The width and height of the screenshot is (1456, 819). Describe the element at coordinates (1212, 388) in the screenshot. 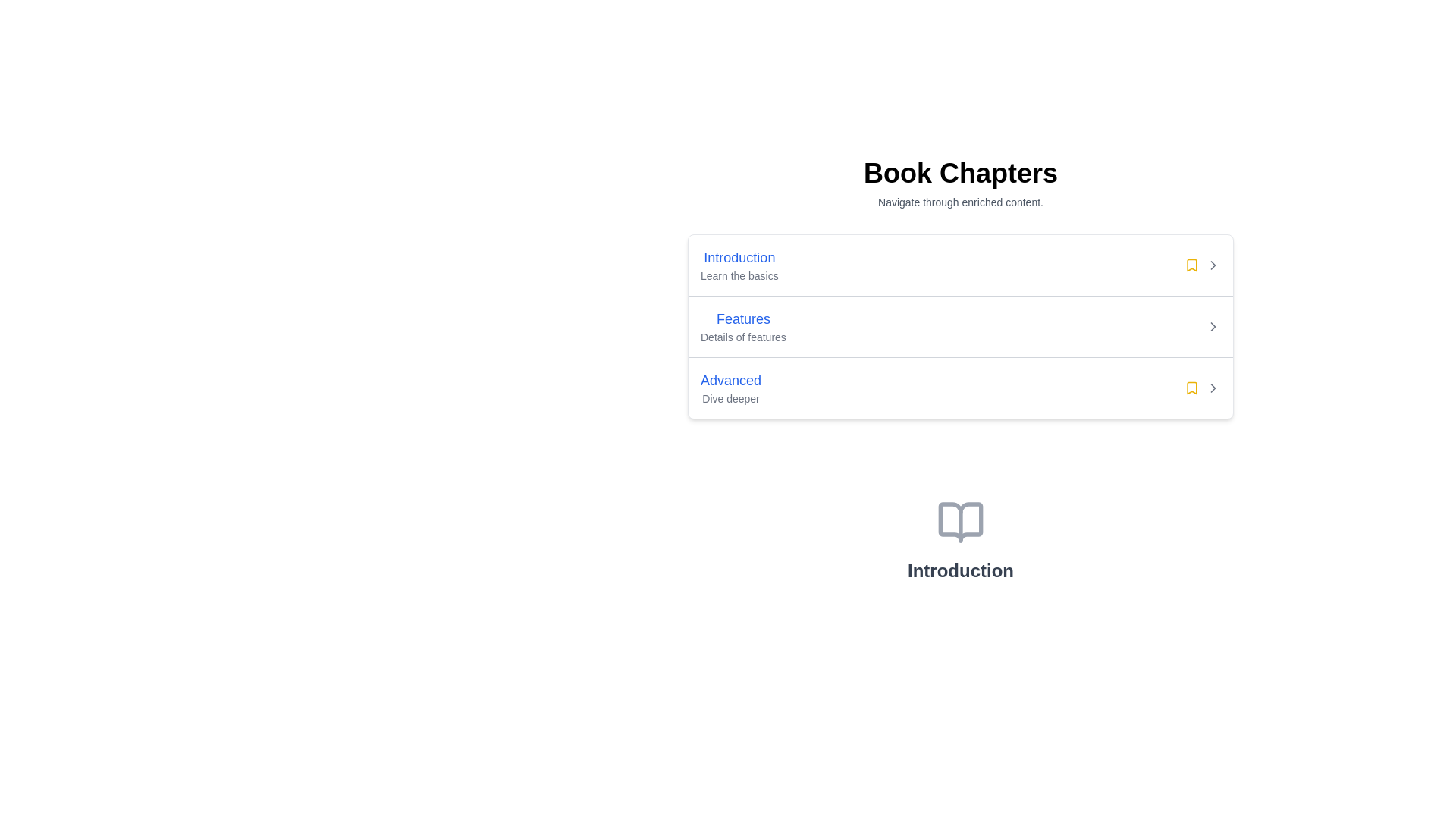

I see `the right-pointing chevron icon within the SVG that is part of the 'Features' row` at that location.